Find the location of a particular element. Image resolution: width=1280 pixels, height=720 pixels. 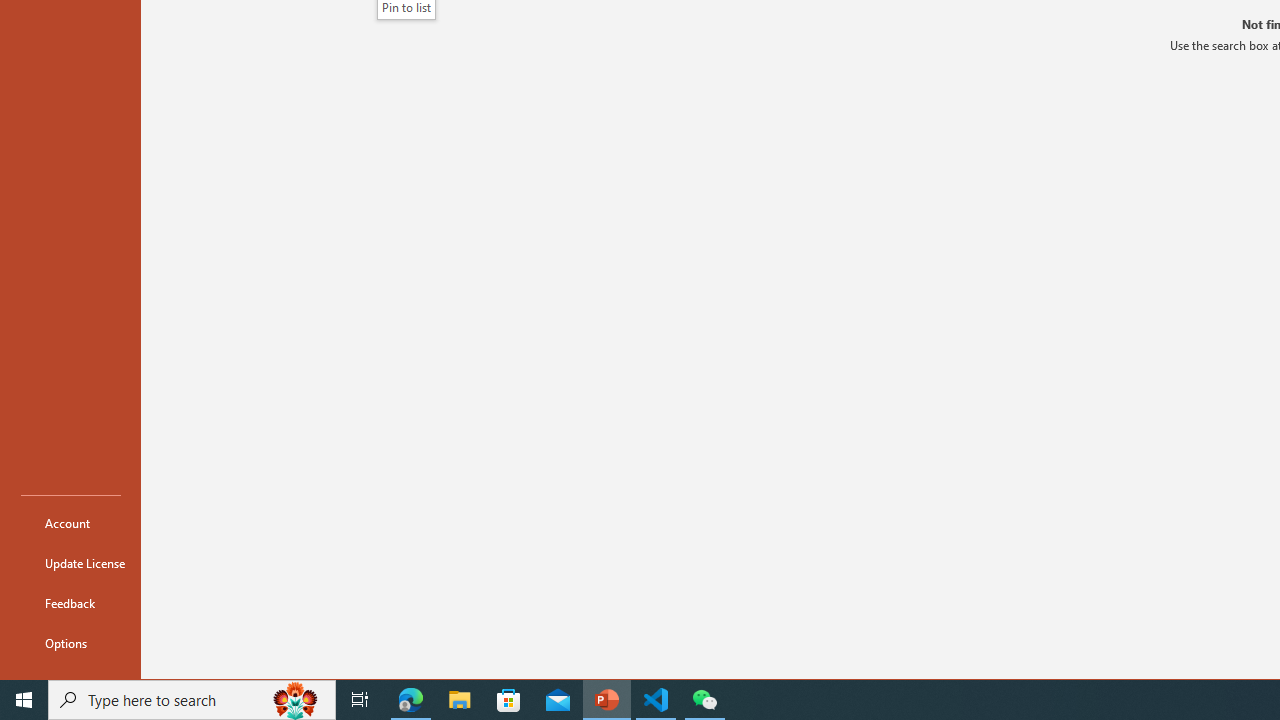

'Account' is located at coordinates (71, 522).